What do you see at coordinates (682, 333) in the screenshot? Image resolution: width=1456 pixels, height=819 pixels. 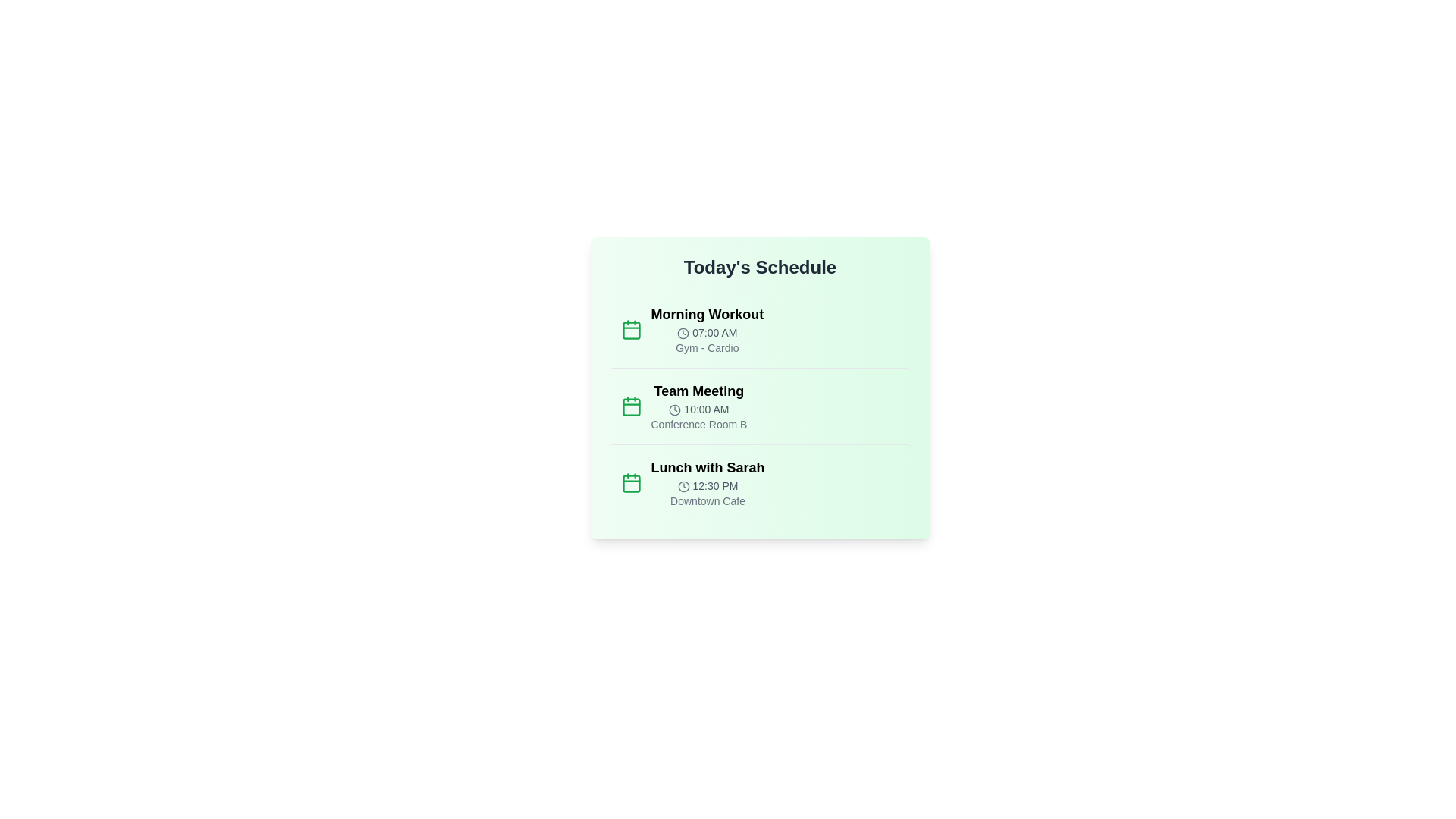 I see `the clock icon for the Morning Workout event` at bounding box center [682, 333].